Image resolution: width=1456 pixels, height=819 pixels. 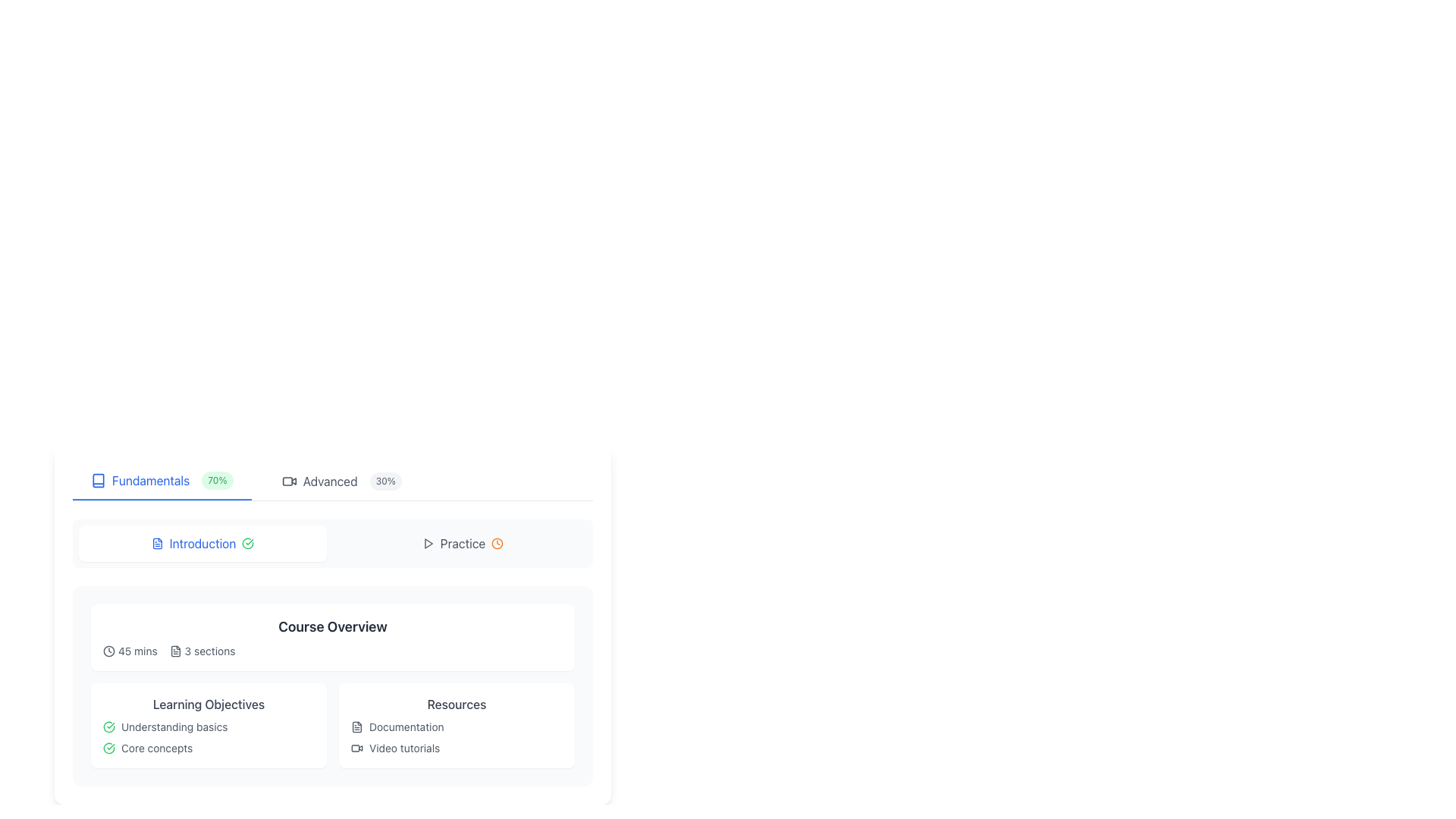 I want to click on the individual items in the progress list under the 'Learning Objectives' section, which includes 'Understanding basics' and 'Core concepts' with green checkmark icons, so click(x=208, y=736).